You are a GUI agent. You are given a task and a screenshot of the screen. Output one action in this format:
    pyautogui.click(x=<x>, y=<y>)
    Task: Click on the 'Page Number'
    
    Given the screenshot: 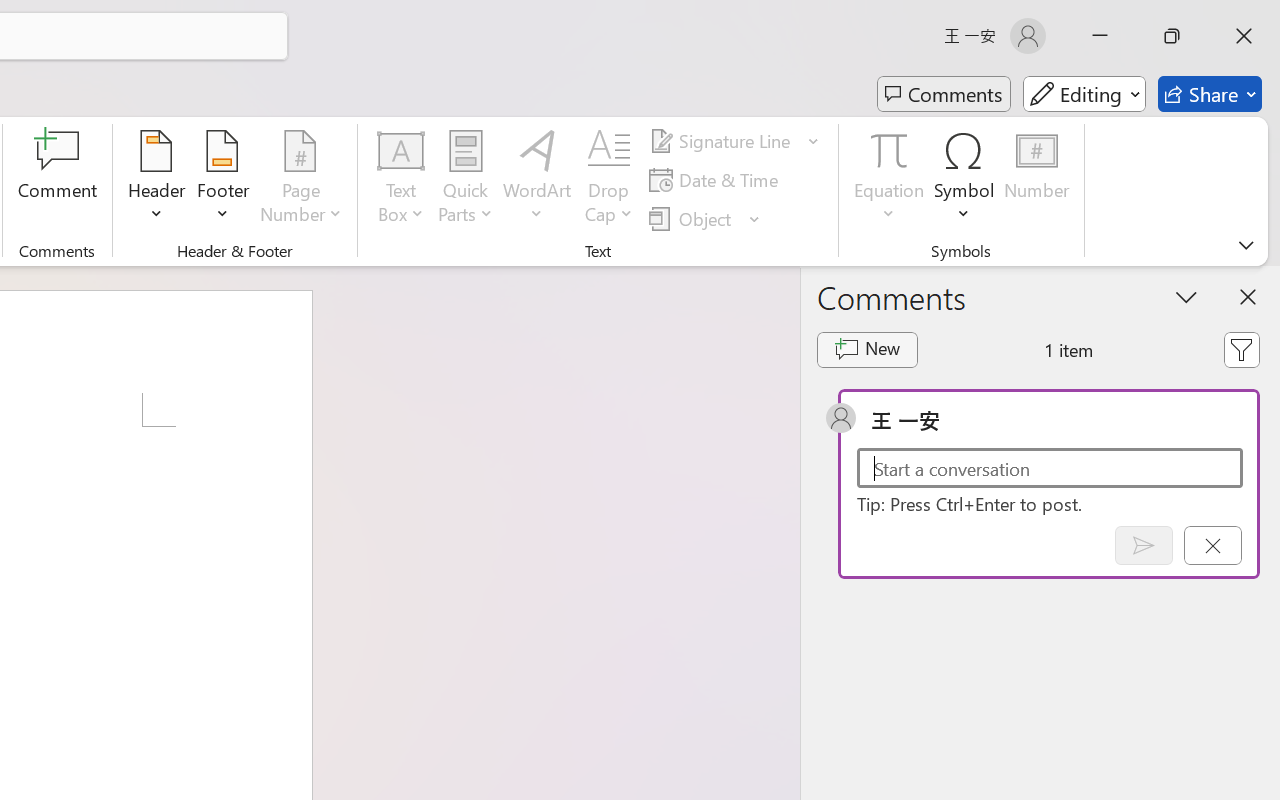 What is the action you would take?
    pyautogui.click(x=300, y=179)
    